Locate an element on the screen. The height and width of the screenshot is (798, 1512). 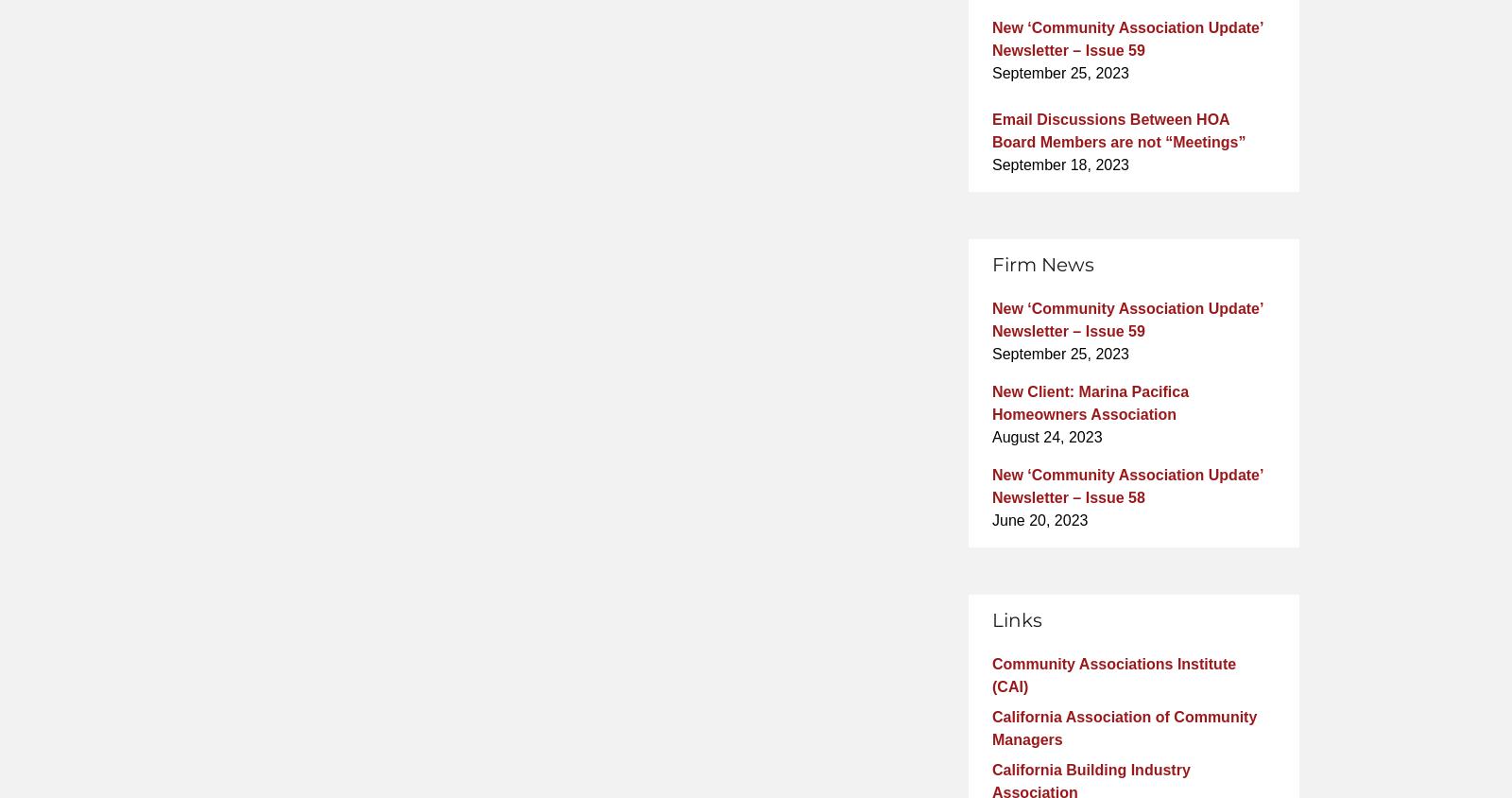
'Email Discussions Between HOA Board Members are not “Meetings”' is located at coordinates (1119, 130).